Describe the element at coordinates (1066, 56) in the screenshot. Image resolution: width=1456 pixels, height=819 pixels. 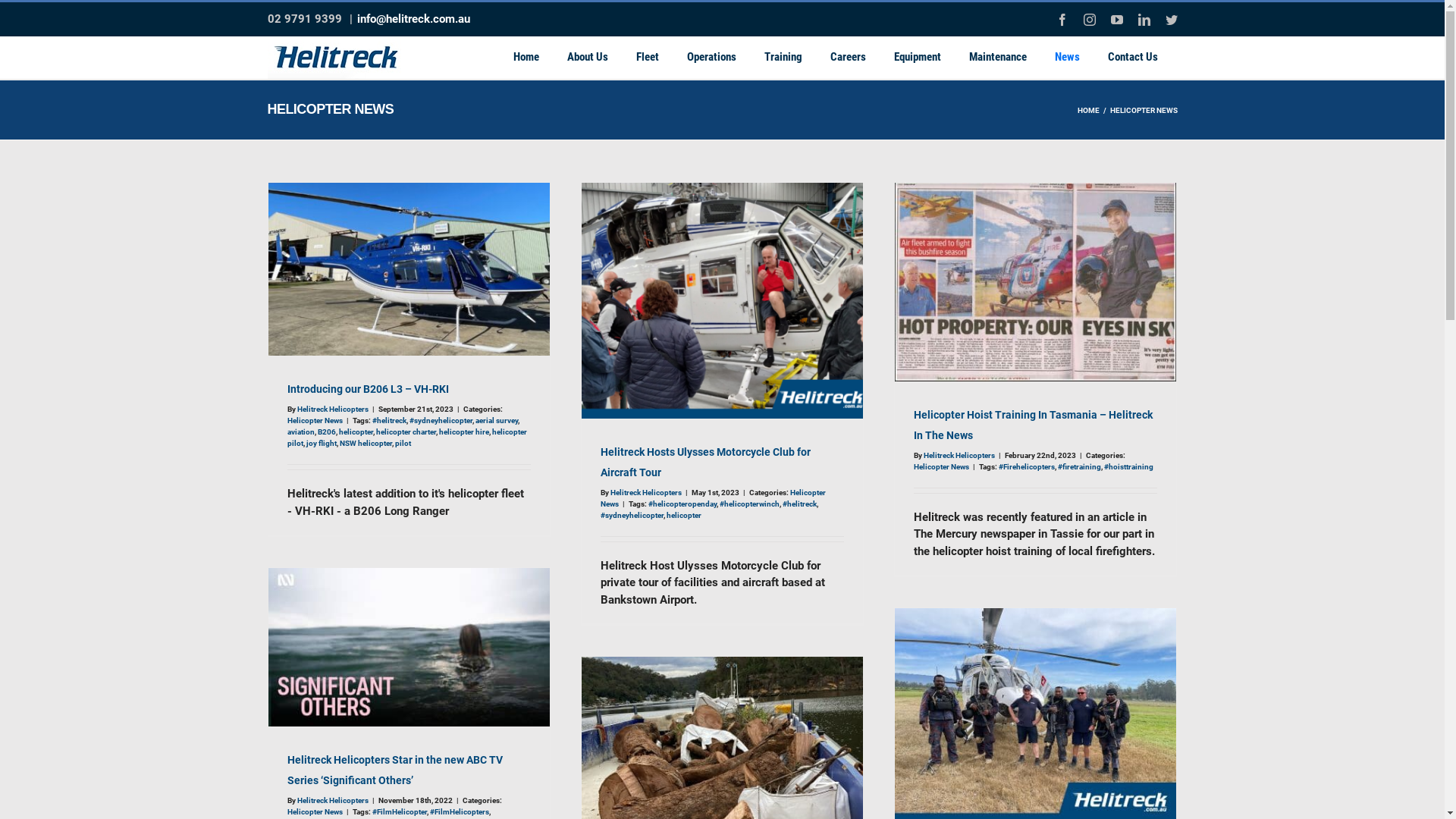
I see `'News'` at that location.